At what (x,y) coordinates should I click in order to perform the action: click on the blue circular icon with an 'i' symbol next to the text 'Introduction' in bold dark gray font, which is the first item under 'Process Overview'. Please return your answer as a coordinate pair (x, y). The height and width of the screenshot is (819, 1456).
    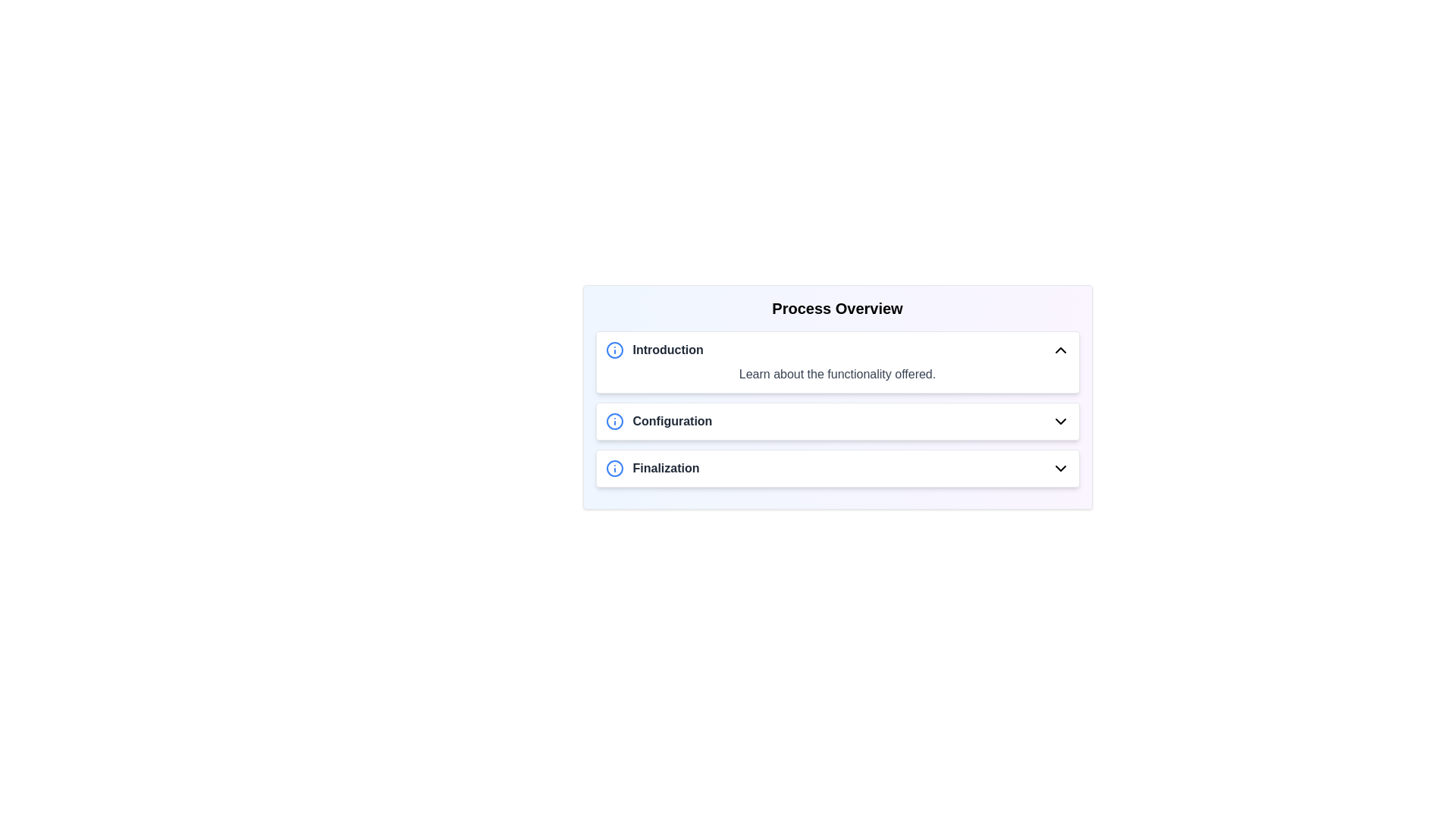
    Looking at the image, I should click on (654, 350).